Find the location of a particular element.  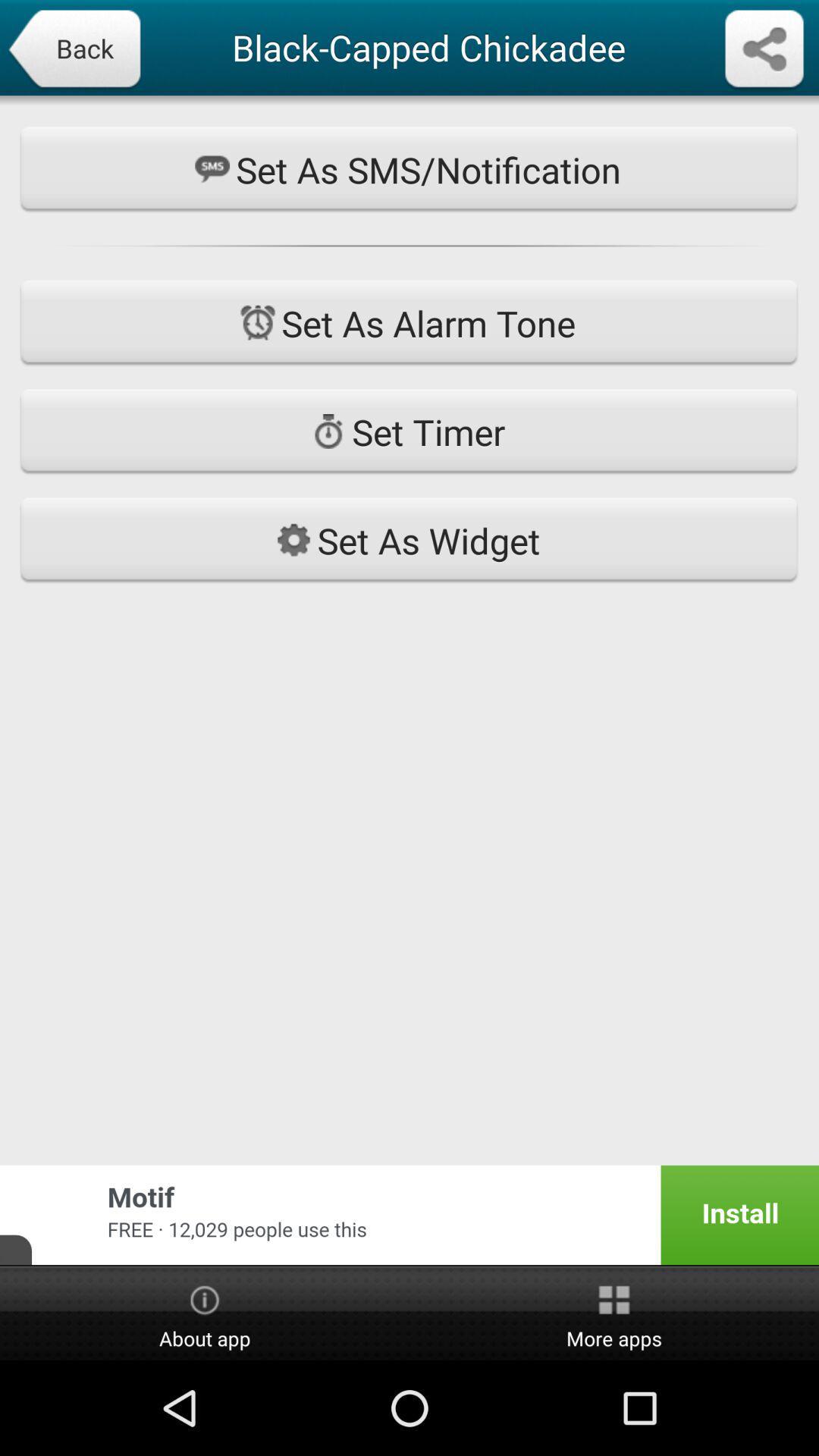

share information is located at coordinates (764, 50).